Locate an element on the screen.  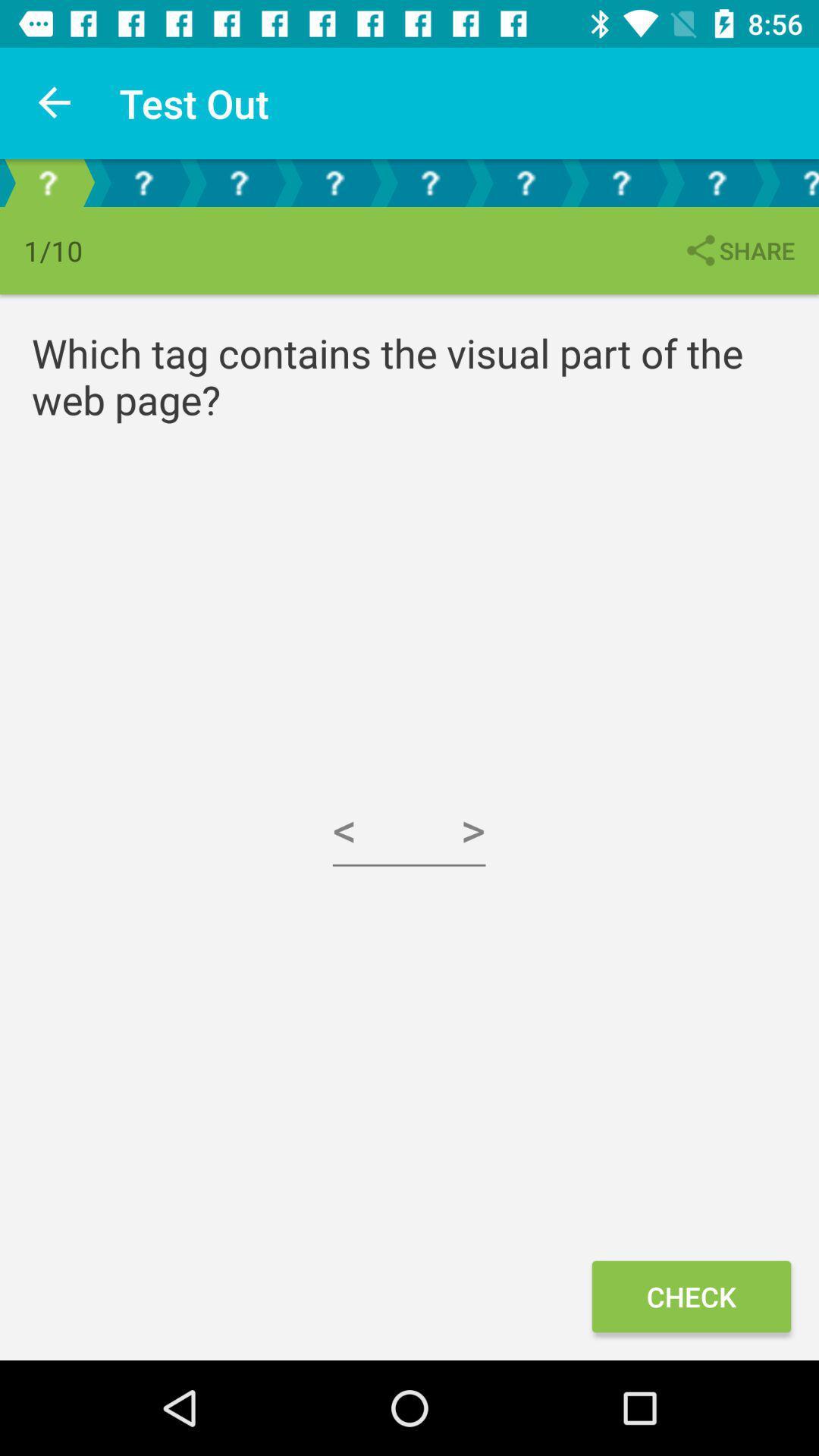
the ninth question of the test is located at coordinates (791, 182).